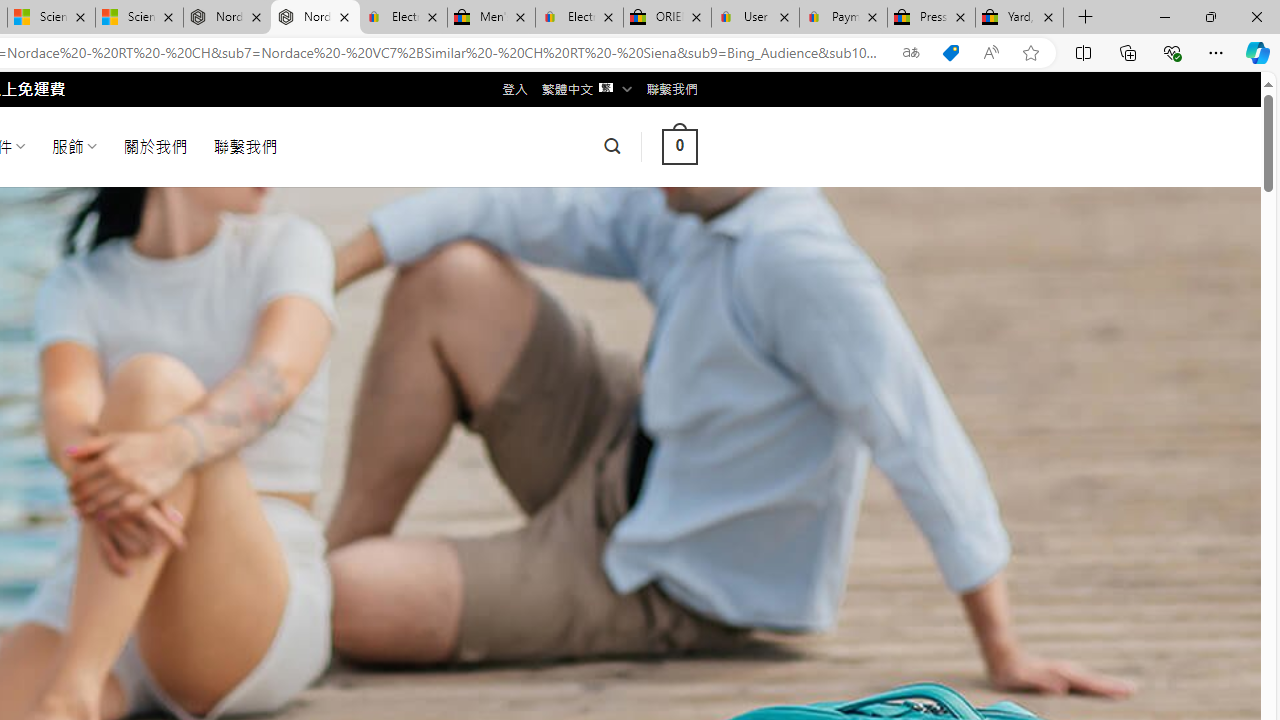  What do you see at coordinates (679, 145) in the screenshot?
I see `' 0 '` at bounding box center [679, 145].